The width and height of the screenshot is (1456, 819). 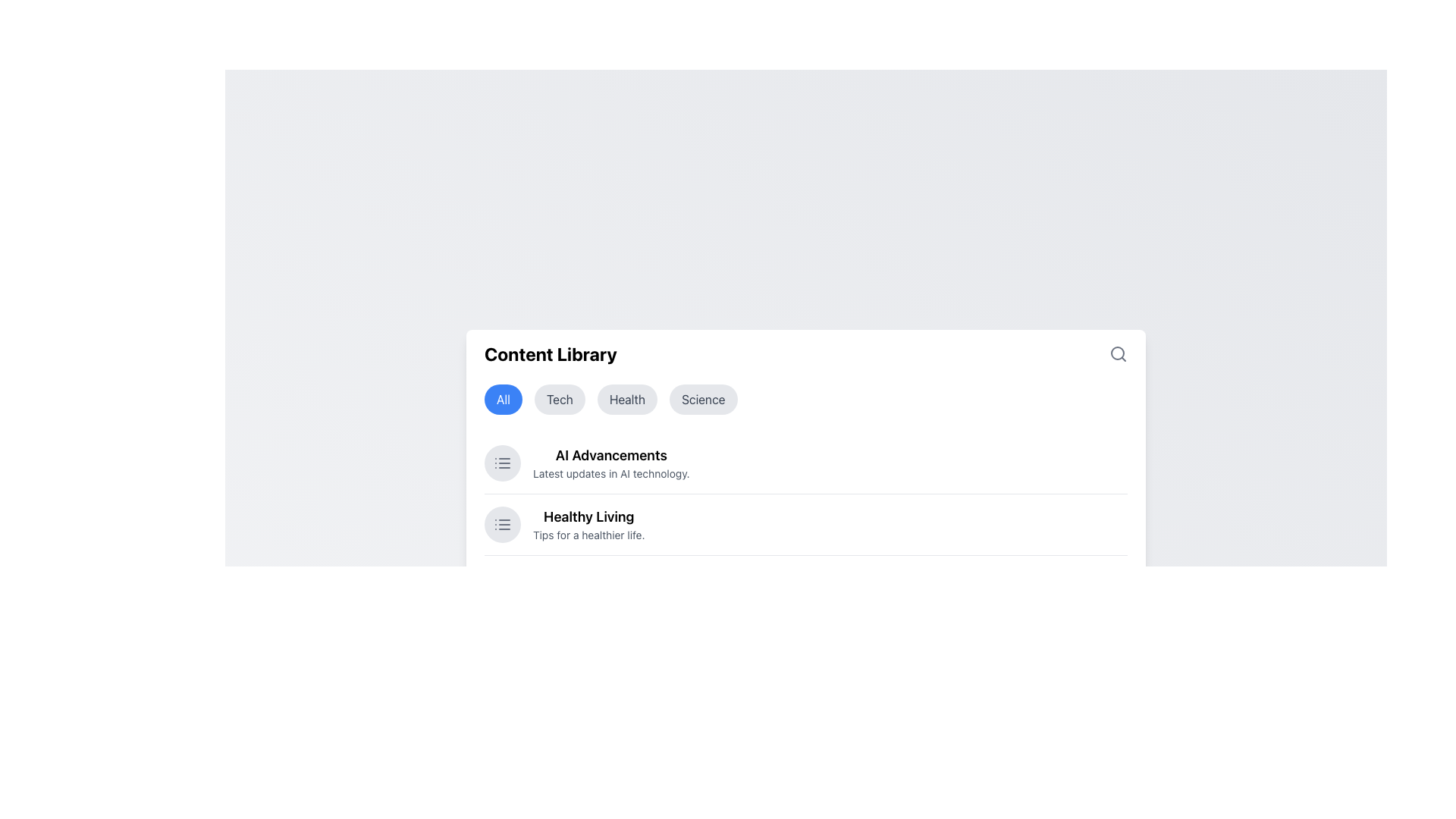 What do you see at coordinates (502, 523) in the screenshot?
I see `the icon depicting three horizontal lines in a list layout, which is located within a light gray circular button in the sidebar of the Content Library interface` at bounding box center [502, 523].